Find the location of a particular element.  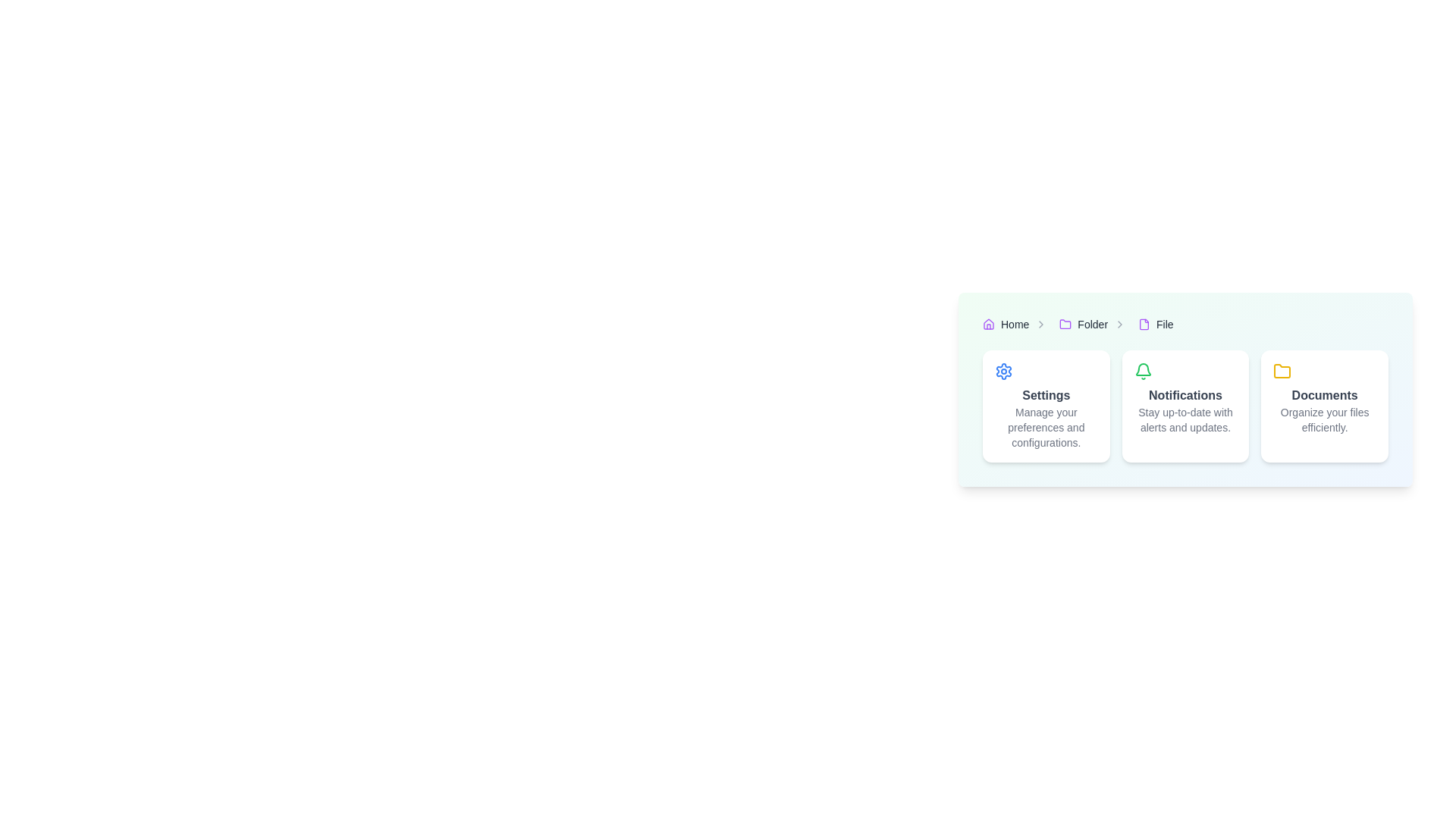

the 'File' hyperlink located is located at coordinates (1164, 324).